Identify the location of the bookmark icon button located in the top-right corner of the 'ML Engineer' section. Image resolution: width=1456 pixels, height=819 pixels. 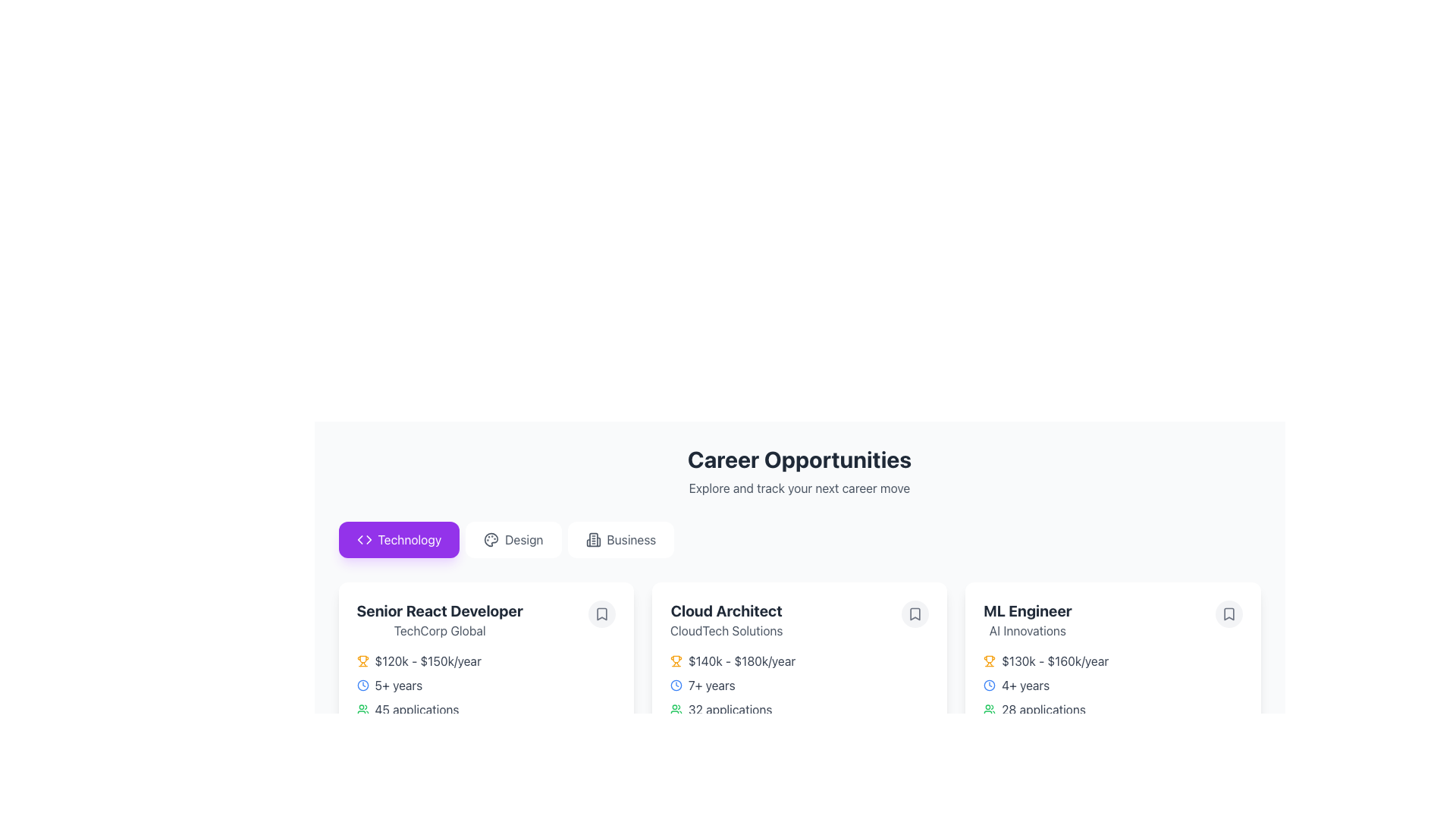
(1228, 614).